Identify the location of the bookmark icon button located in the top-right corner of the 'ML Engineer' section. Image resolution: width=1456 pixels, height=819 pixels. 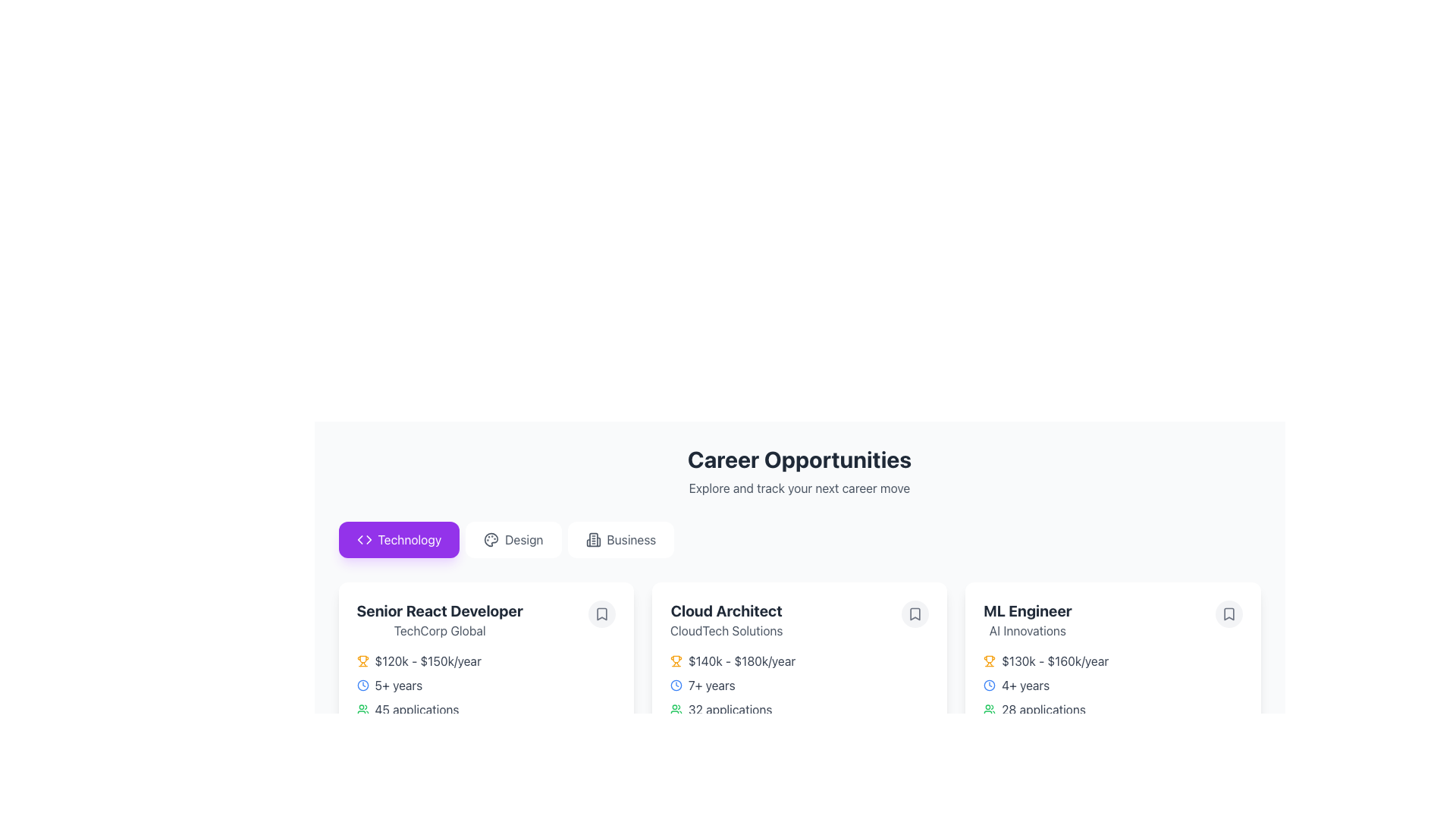
(1228, 614).